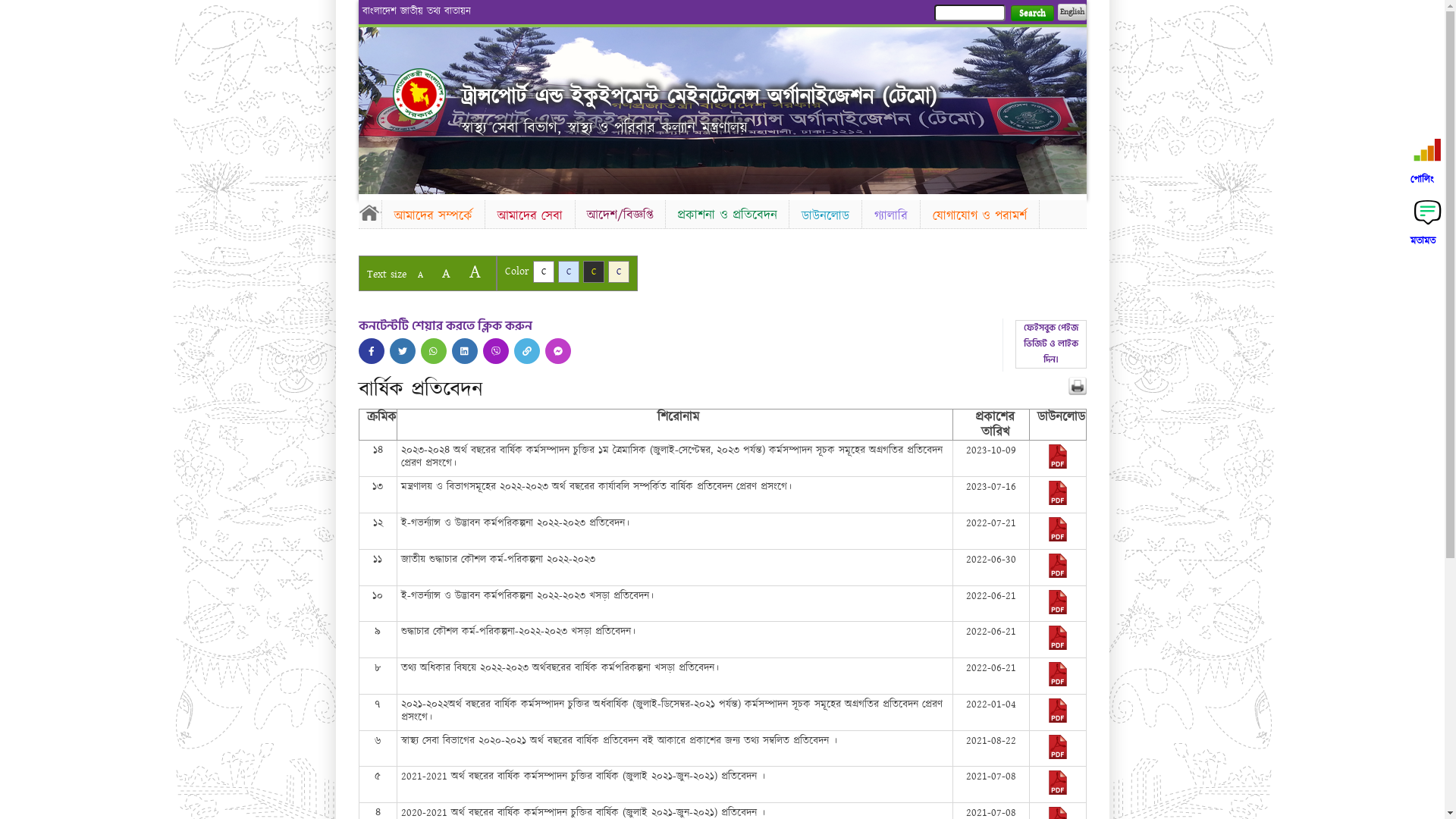 The height and width of the screenshot is (819, 1456). What do you see at coordinates (619, 271) in the screenshot?
I see `'C'` at bounding box center [619, 271].